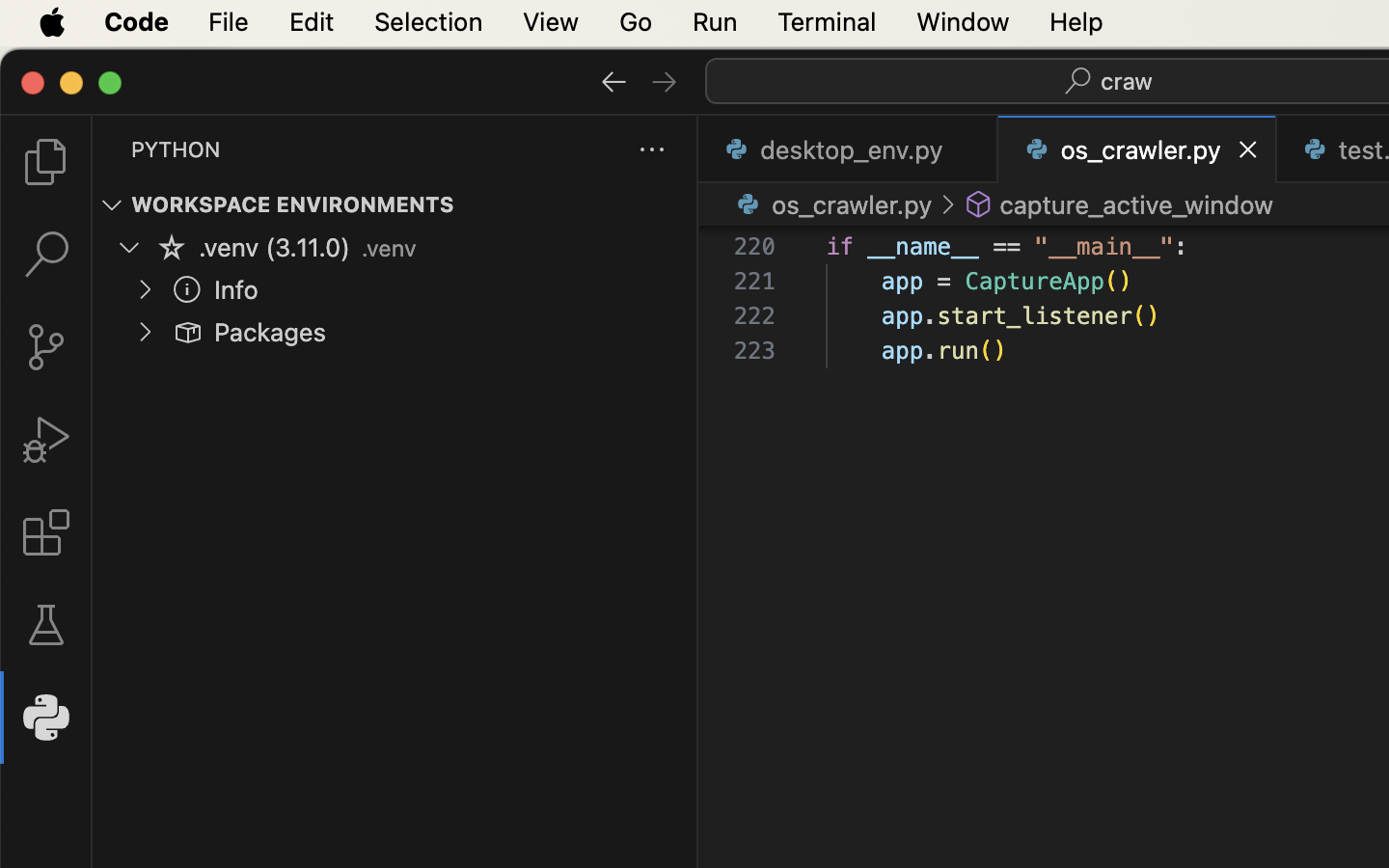 This screenshot has height=868, width=1389. Describe the element at coordinates (830, 204) in the screenshot. I see `'os_crawler.py '` at that location.